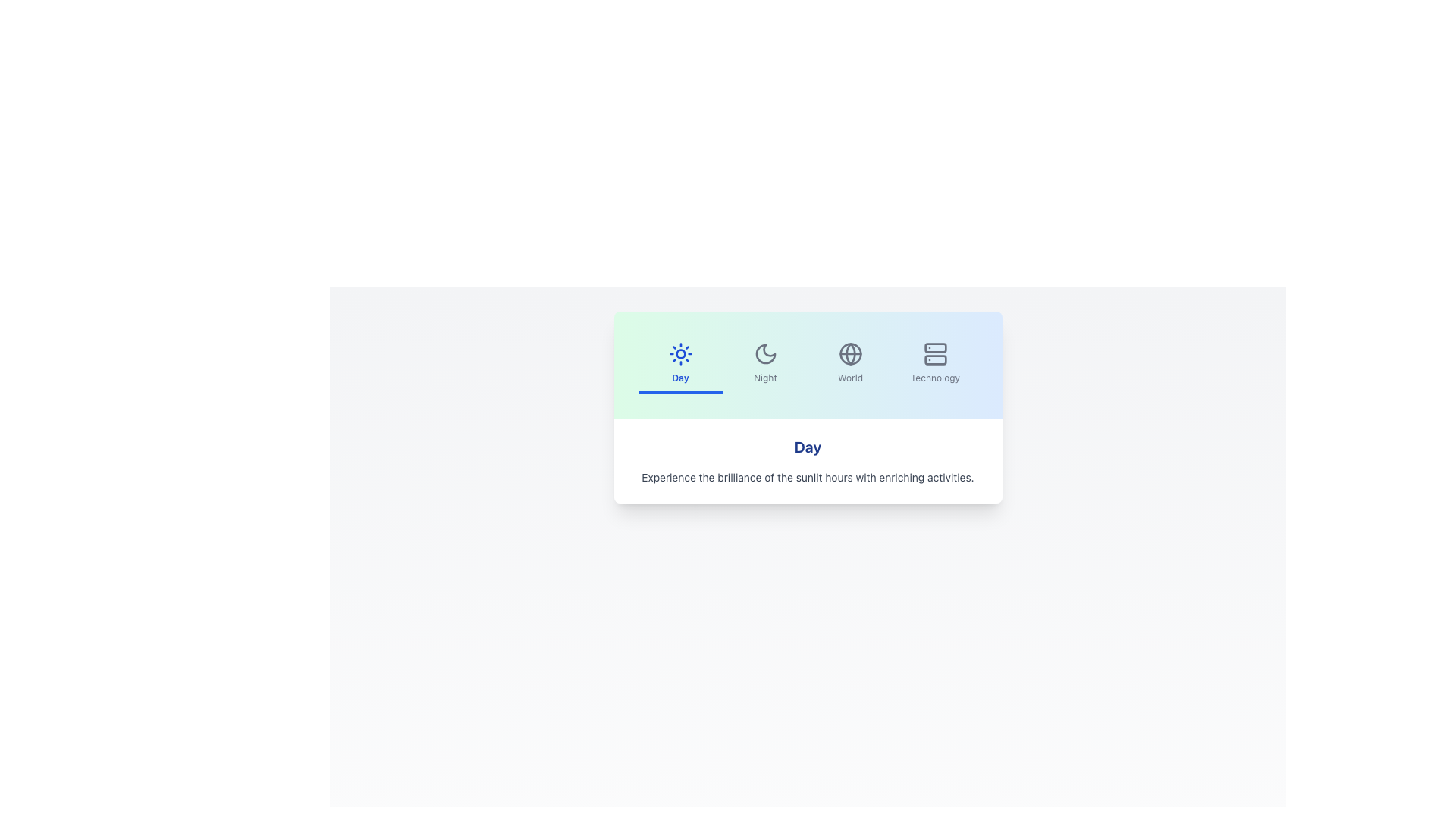 The image size is (1456, 819). What do you see at coordinates (850, 353) in the screenshot?
I see `the gray spherical circular outline icon representing the 'World' tab` at bounding box center [850, 353].